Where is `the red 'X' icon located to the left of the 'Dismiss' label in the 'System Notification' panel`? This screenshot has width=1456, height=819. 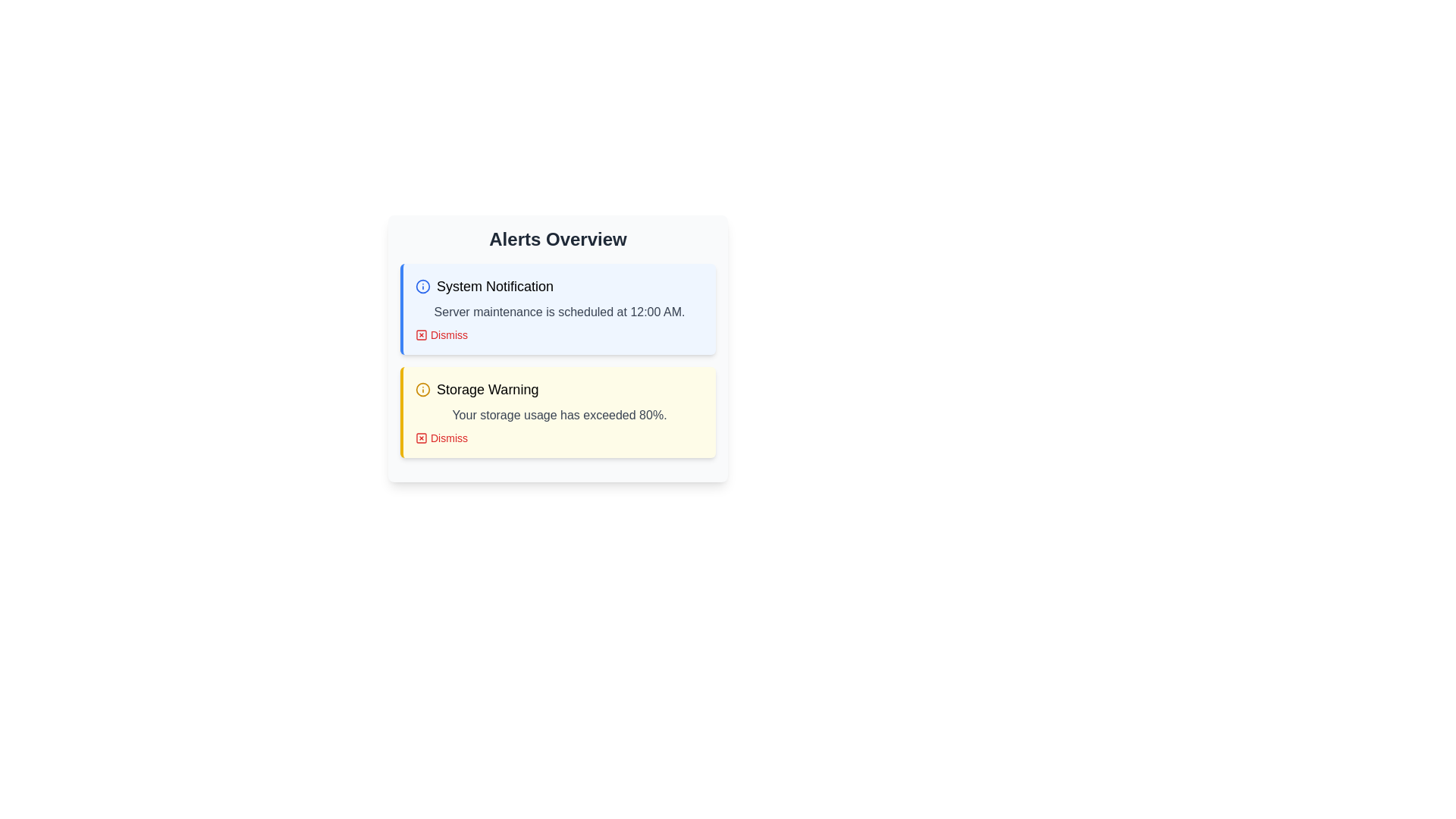
the red 'X' icon located to the left of the 'Dismiss' label in the 'System Notification' panel is located at coordinates (422, 334).